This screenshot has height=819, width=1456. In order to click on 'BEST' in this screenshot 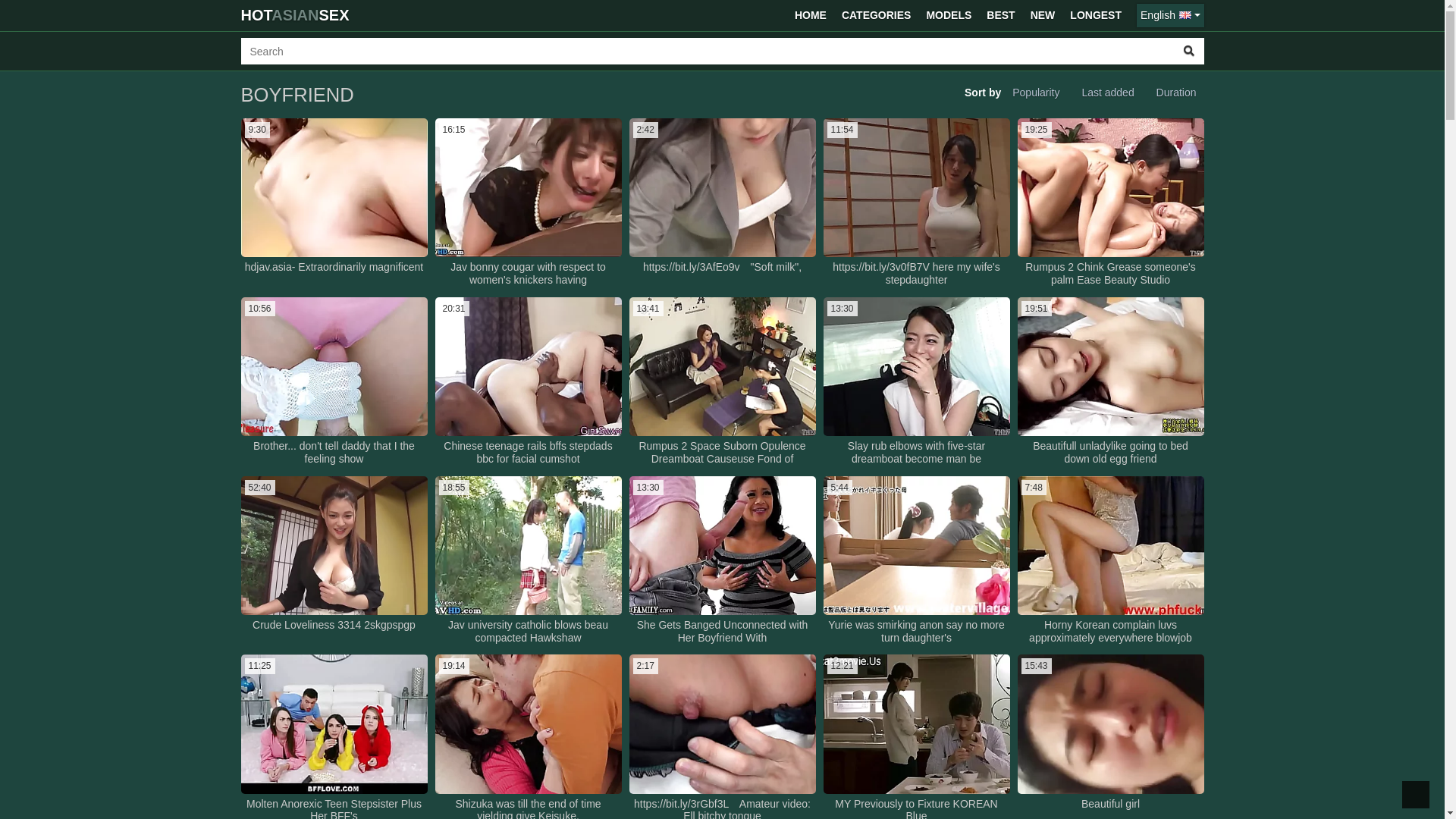, I will do `click(1000, 15)`.